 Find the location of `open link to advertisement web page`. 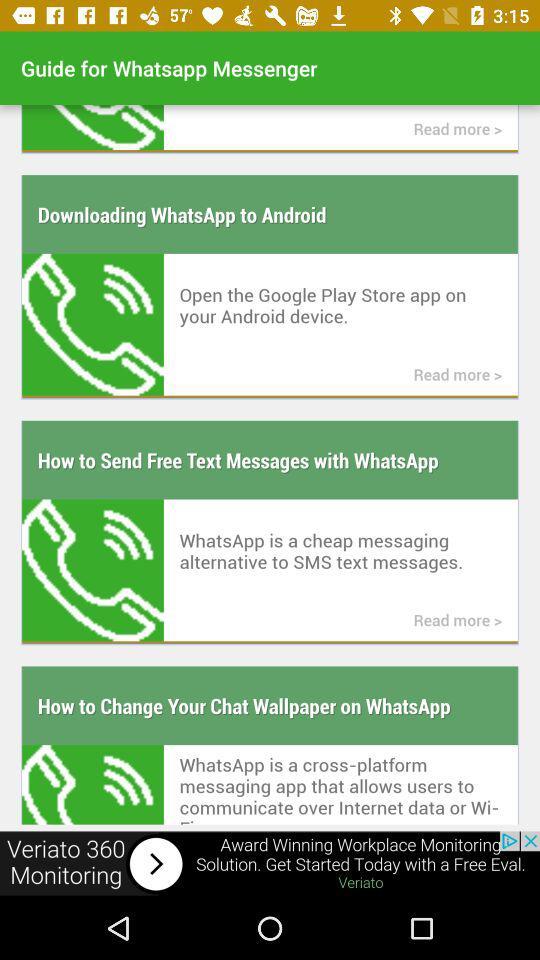

open link to advertisement web page is located at coordinates (270, 863).